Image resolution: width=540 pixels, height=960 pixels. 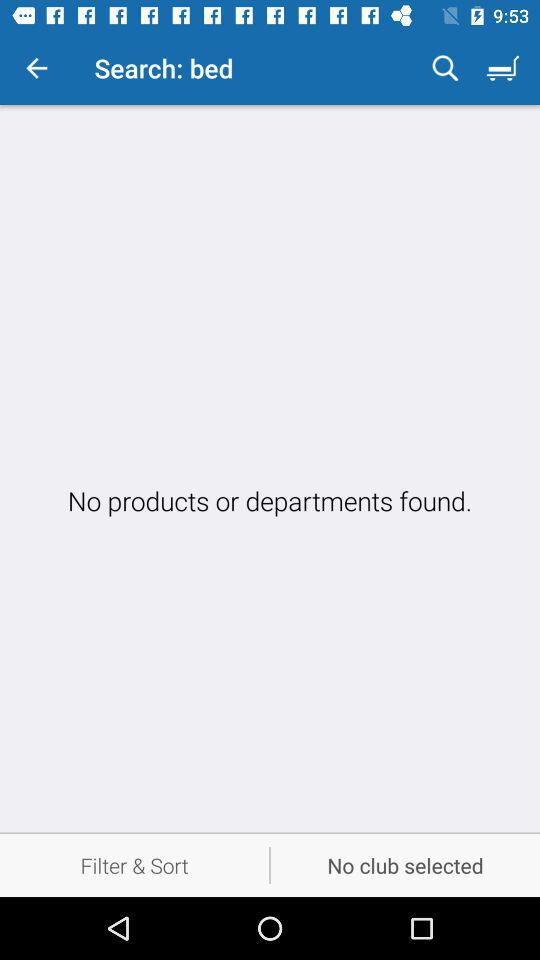 What do you see at coordinates (36, 68) in the screenshot?
I see `the item next to the search: bed icon` at bounding box center [36, 68].